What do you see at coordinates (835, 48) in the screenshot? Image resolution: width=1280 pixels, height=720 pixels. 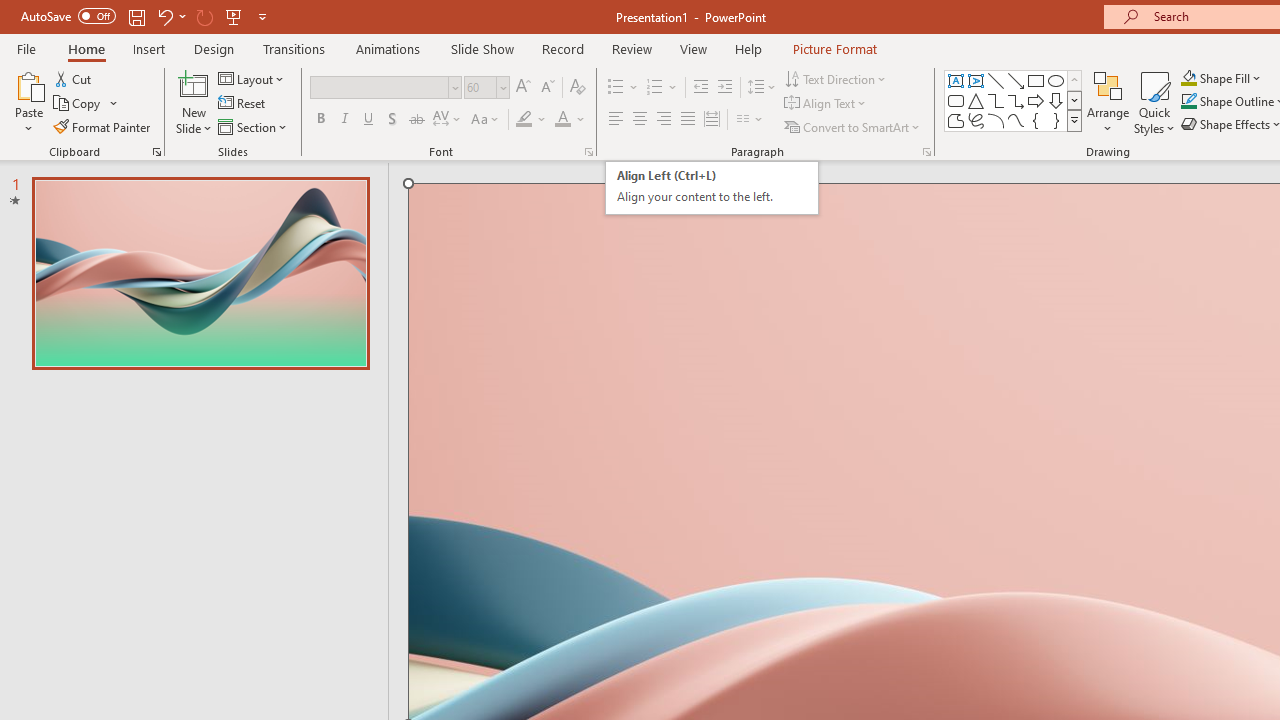 I see `'Picture Format'` at bounding box center [835, 48].